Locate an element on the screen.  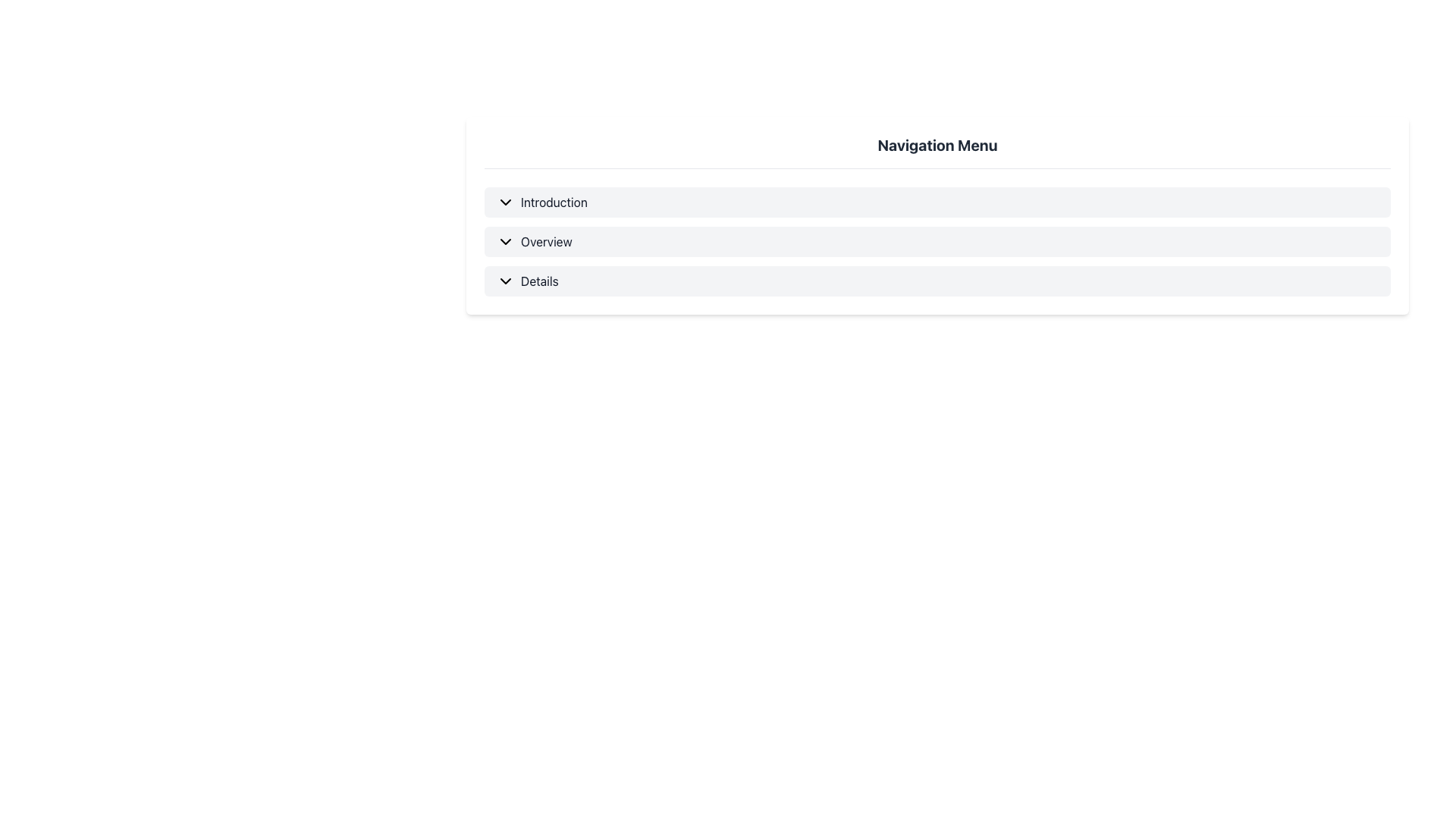
the Separator Line that visually divides the title 'Navigation Menu' from the subsequent content, positioned below the title is located at coordinates (937, 168).